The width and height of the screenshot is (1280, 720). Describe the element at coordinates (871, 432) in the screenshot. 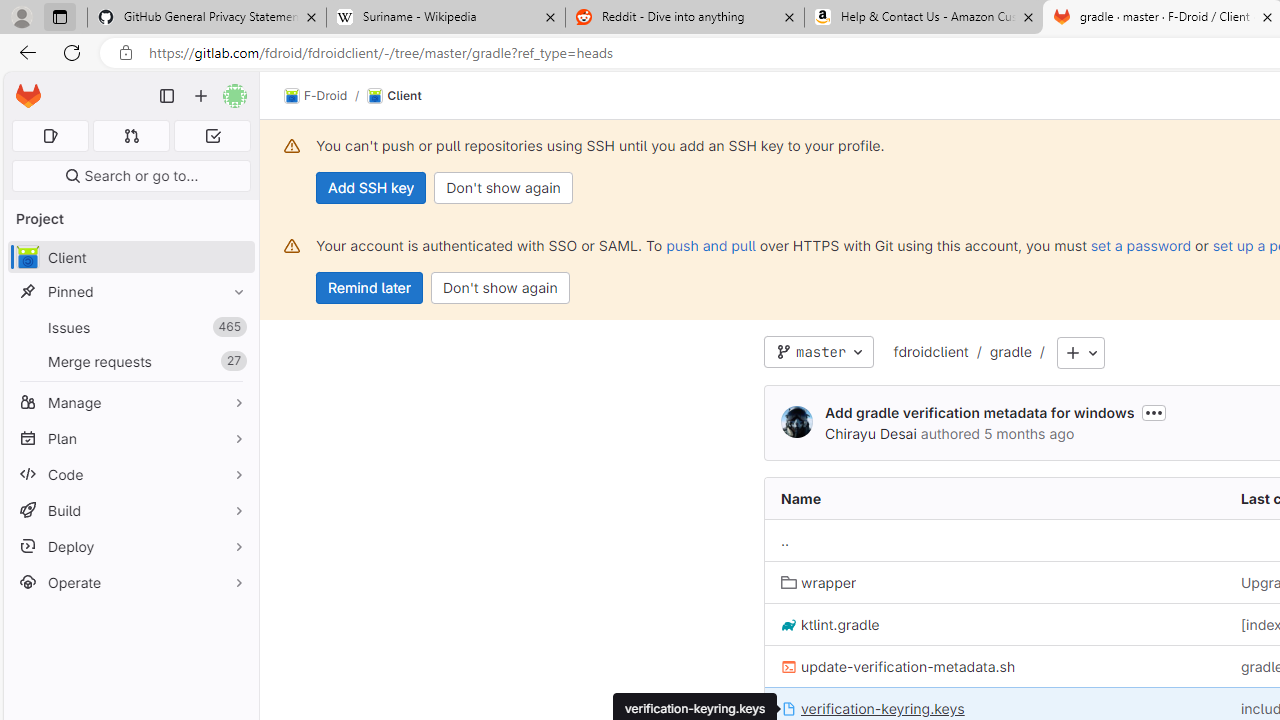

I see `'Chirayu Desai'` at that location.